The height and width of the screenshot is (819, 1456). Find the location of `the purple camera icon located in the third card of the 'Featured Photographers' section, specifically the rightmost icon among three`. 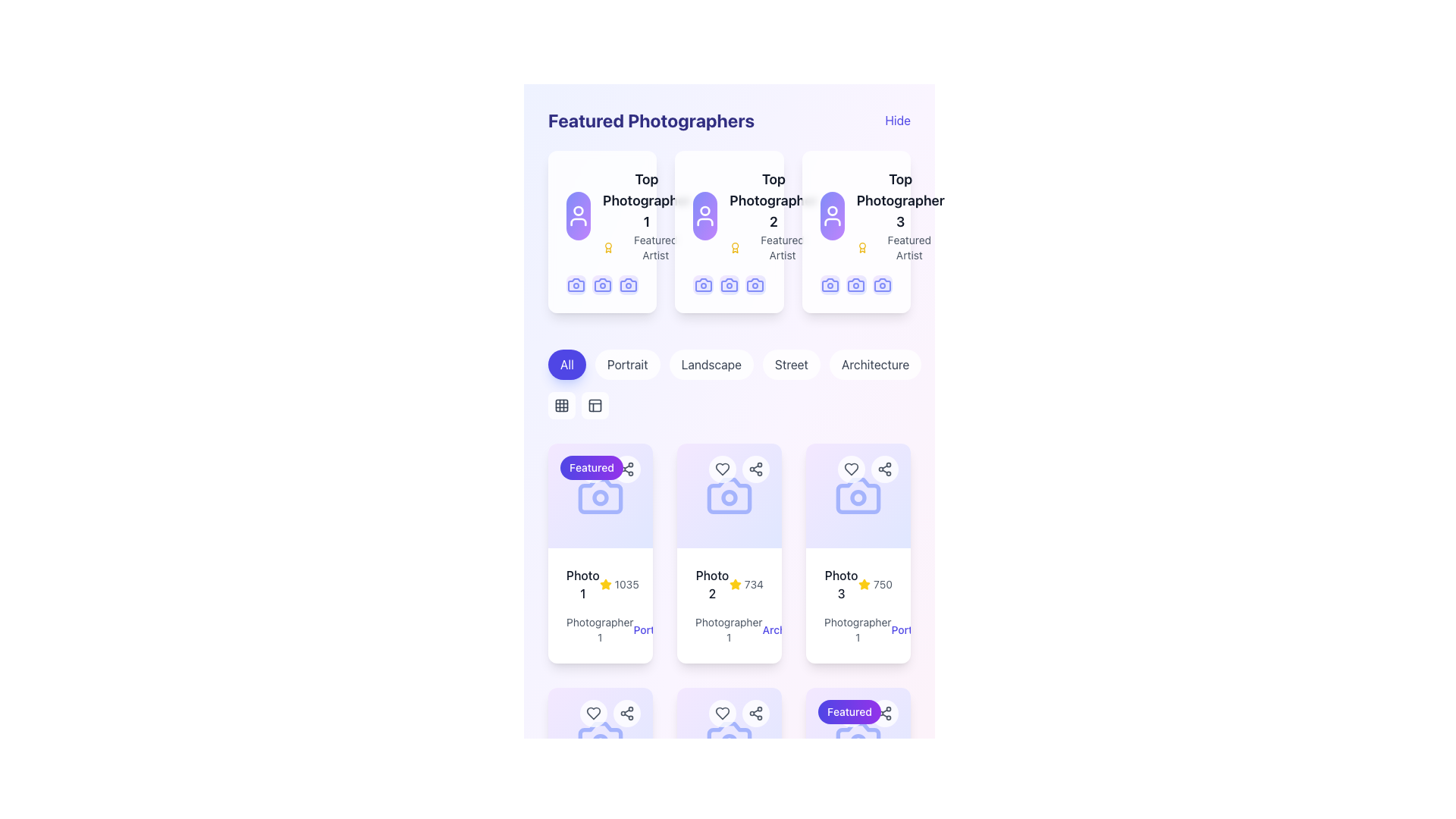

the purple camera icon located in the third card of the 'Featured Photographers' section, specifically the rightmost icon among three is located at coordinates (882, 285).